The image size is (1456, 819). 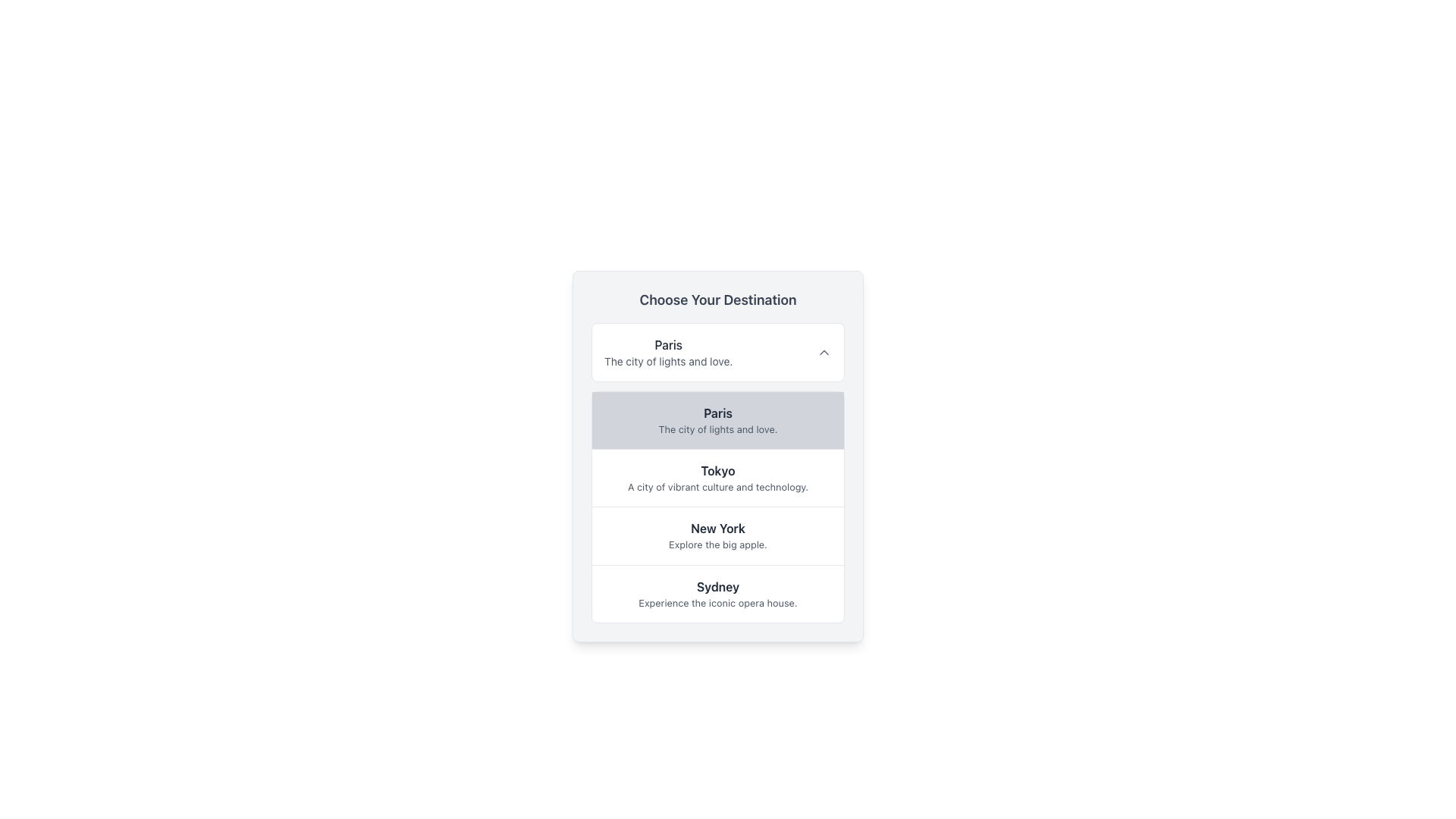 I want to click on the text label displaying 'Paris' in the 'Choose Your Destination' list, so click(x=667, y=353).